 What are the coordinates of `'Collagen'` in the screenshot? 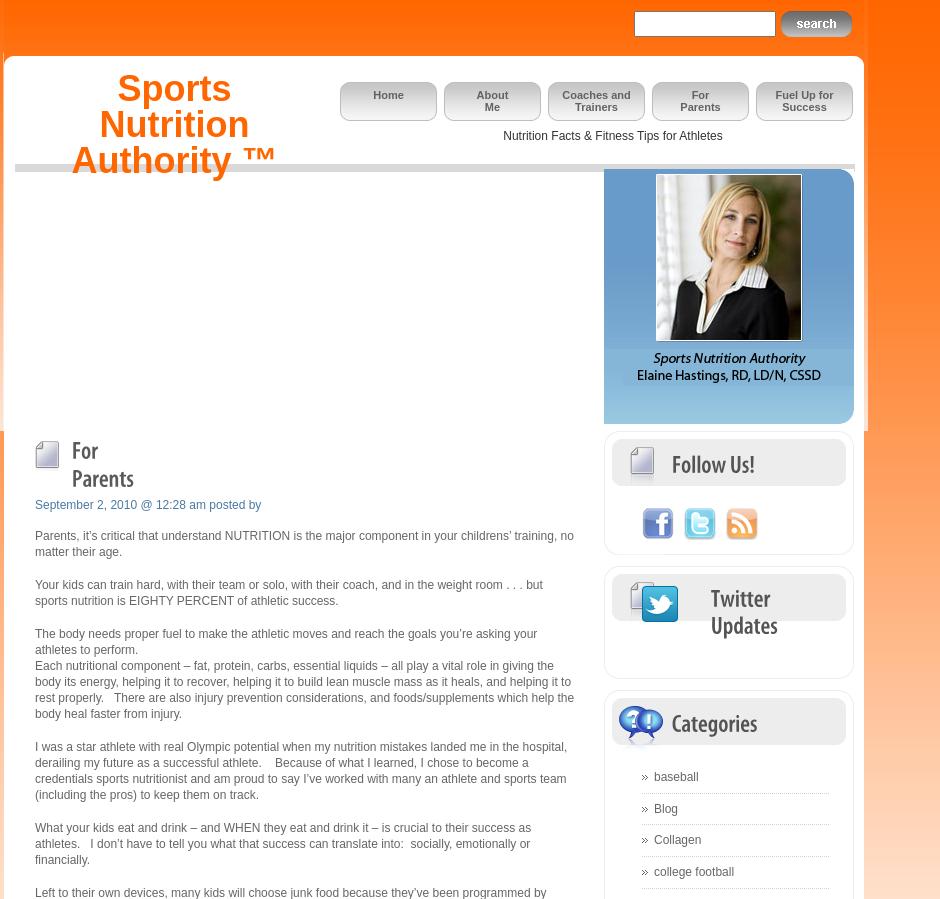 It's located at (676, 840).